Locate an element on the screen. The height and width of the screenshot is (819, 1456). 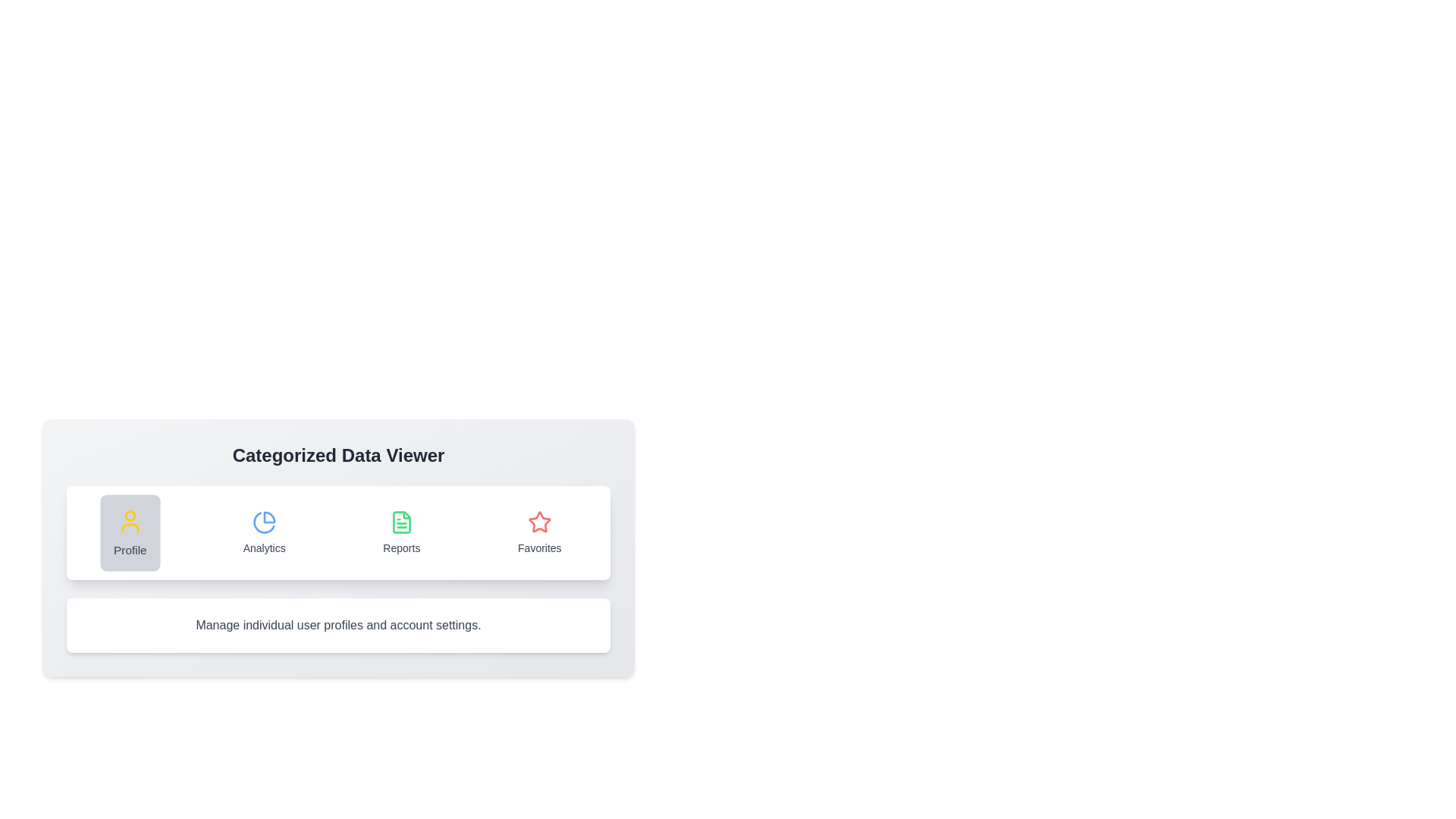
the tab labeled Reports to switch to its content is located at coordinates (400, 532).